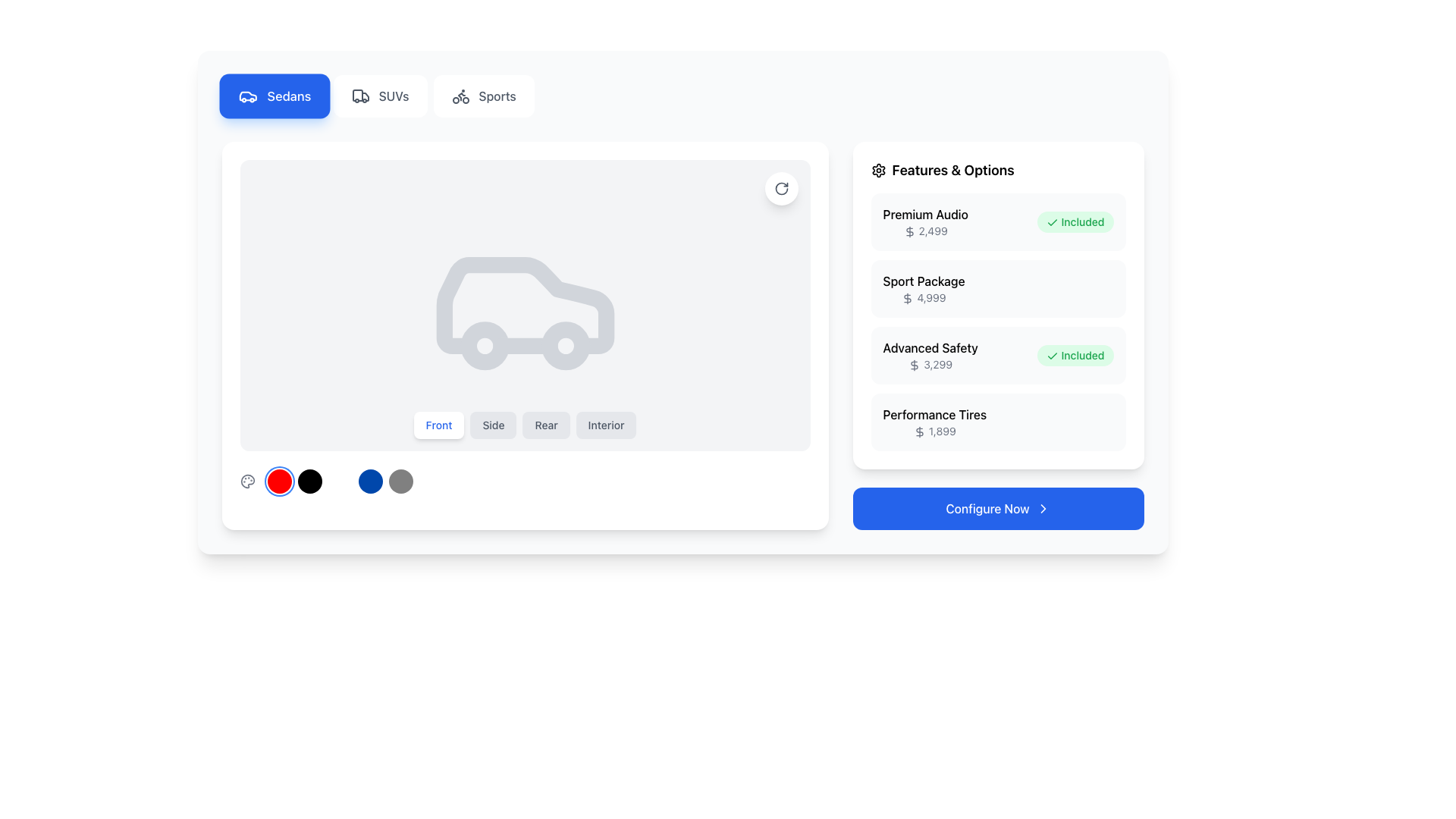 The image size is (1456, 819). Describe the element at coordinates (930, 365) in the screenshot. I see `the price text '3,299' displayed in gray color, which is located beneath the 'Advanced Safety' label in the 'Features & Options' section` at that location.